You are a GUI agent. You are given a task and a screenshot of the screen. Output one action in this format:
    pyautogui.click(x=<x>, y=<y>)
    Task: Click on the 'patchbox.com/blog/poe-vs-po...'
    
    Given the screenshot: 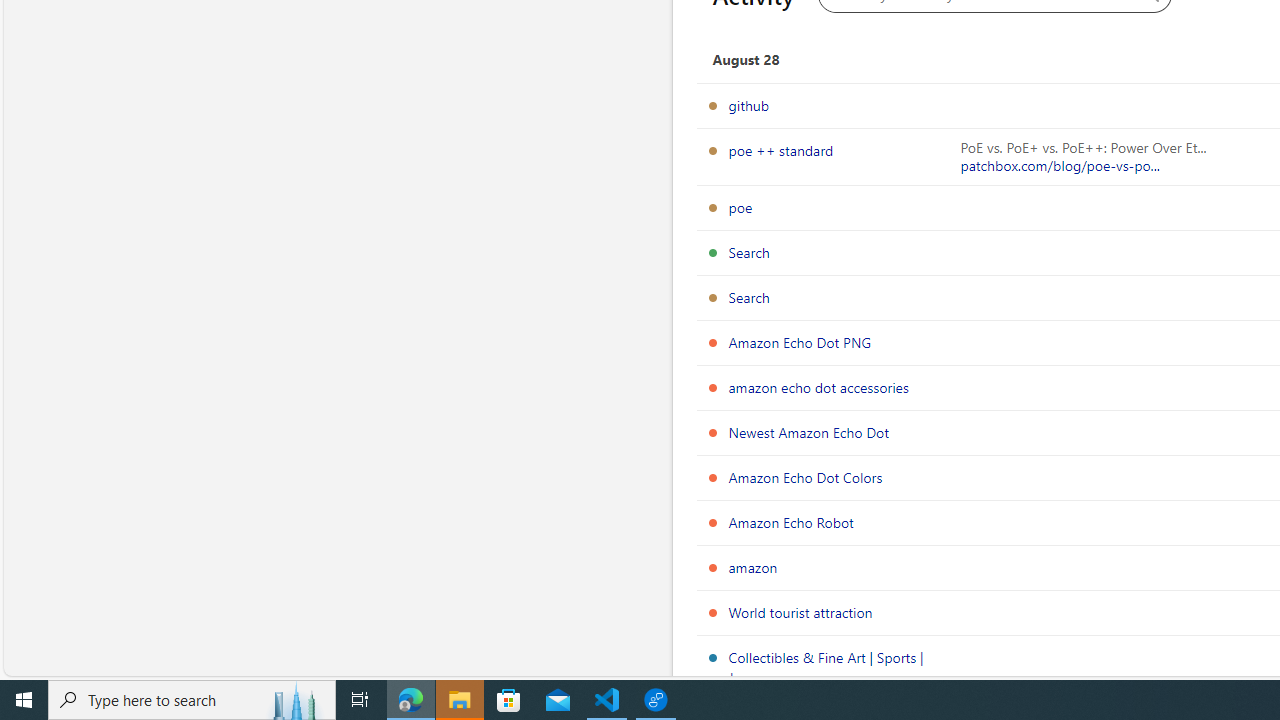 What is the action you would take?
    pyautogui.click(x=1058, y=164)
    